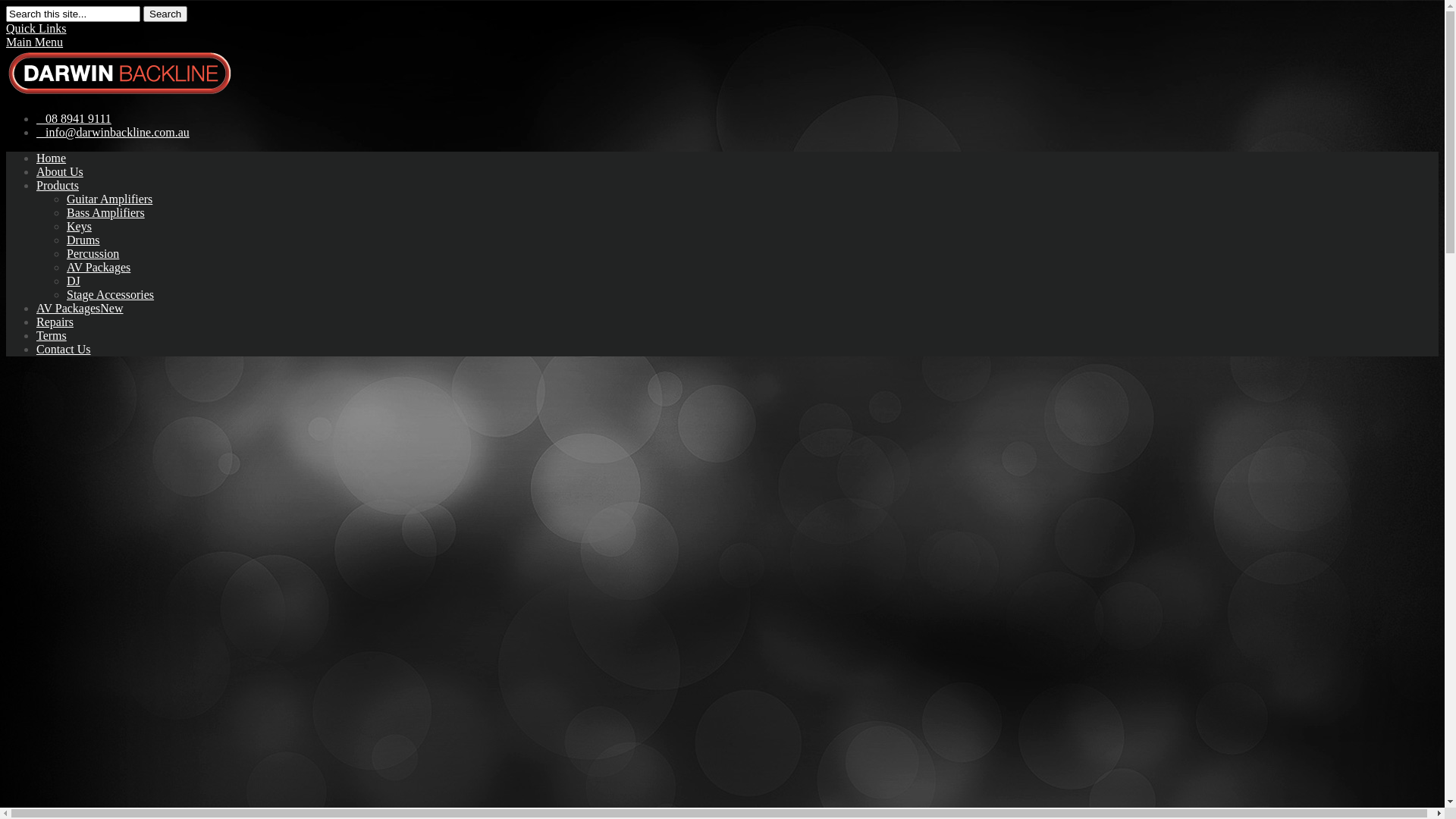 Image resolution: width=1456 pixels, height=819 pixels. What do you see at coordinates (73, 118) in the screenshot?
I see `'   08 8941 9111'` at bounding box center [73, 118].